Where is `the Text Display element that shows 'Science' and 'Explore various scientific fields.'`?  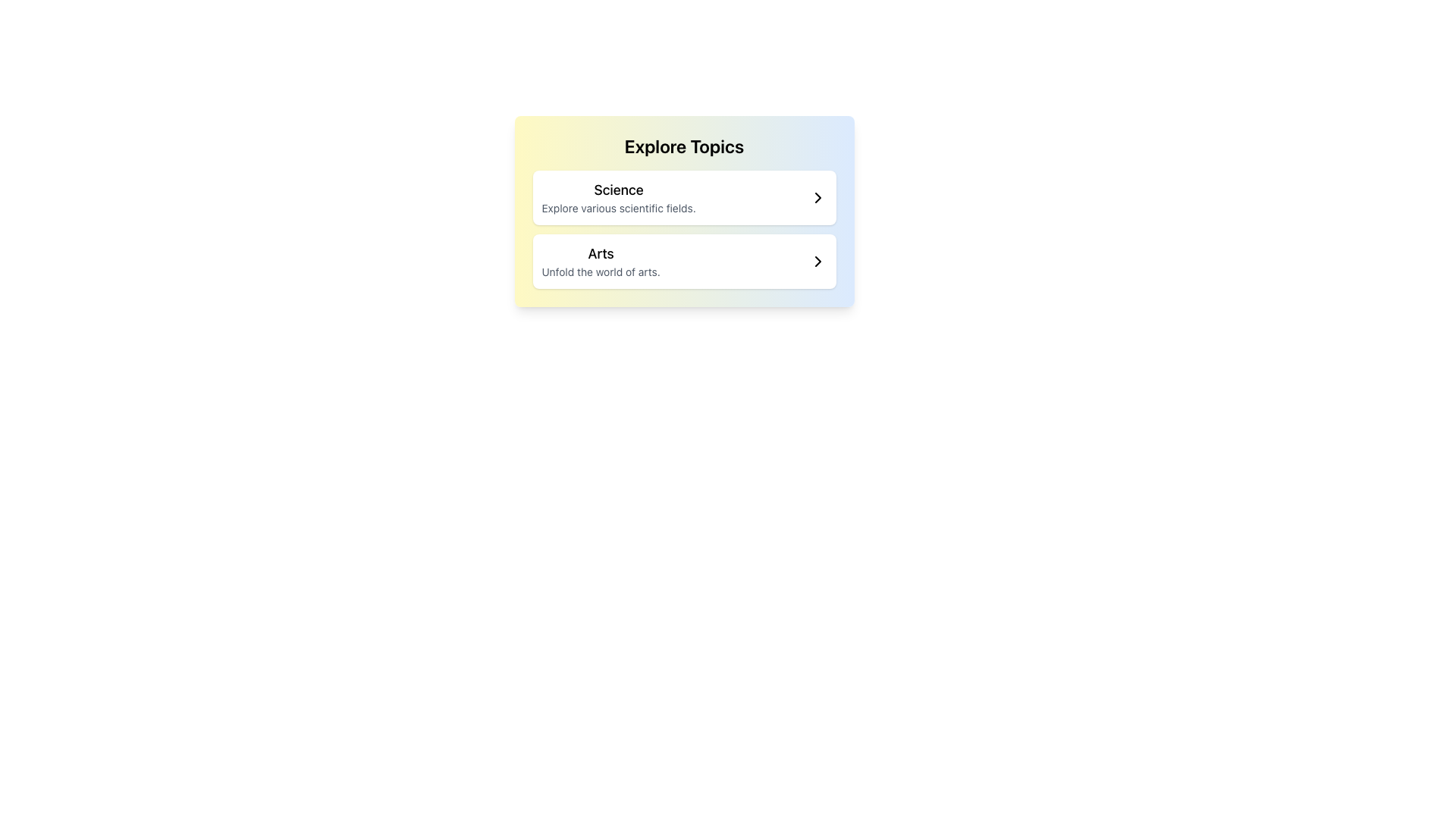 the Text Display element that shows 'Science' and 'Explore various scientific fields.' is located at coordinates (619, 197).